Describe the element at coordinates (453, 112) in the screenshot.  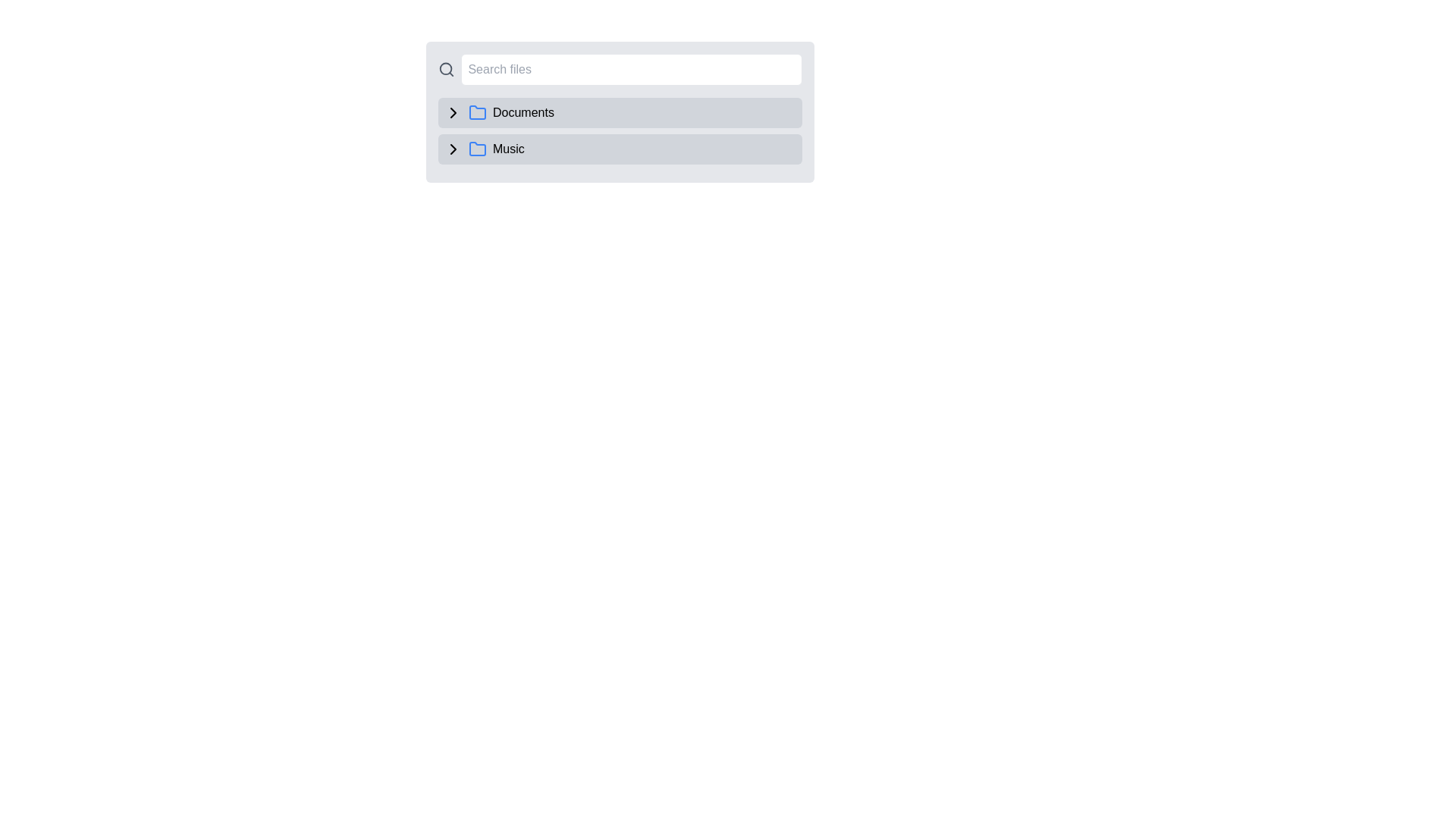
I see `the chevron toggle icon` at that location.